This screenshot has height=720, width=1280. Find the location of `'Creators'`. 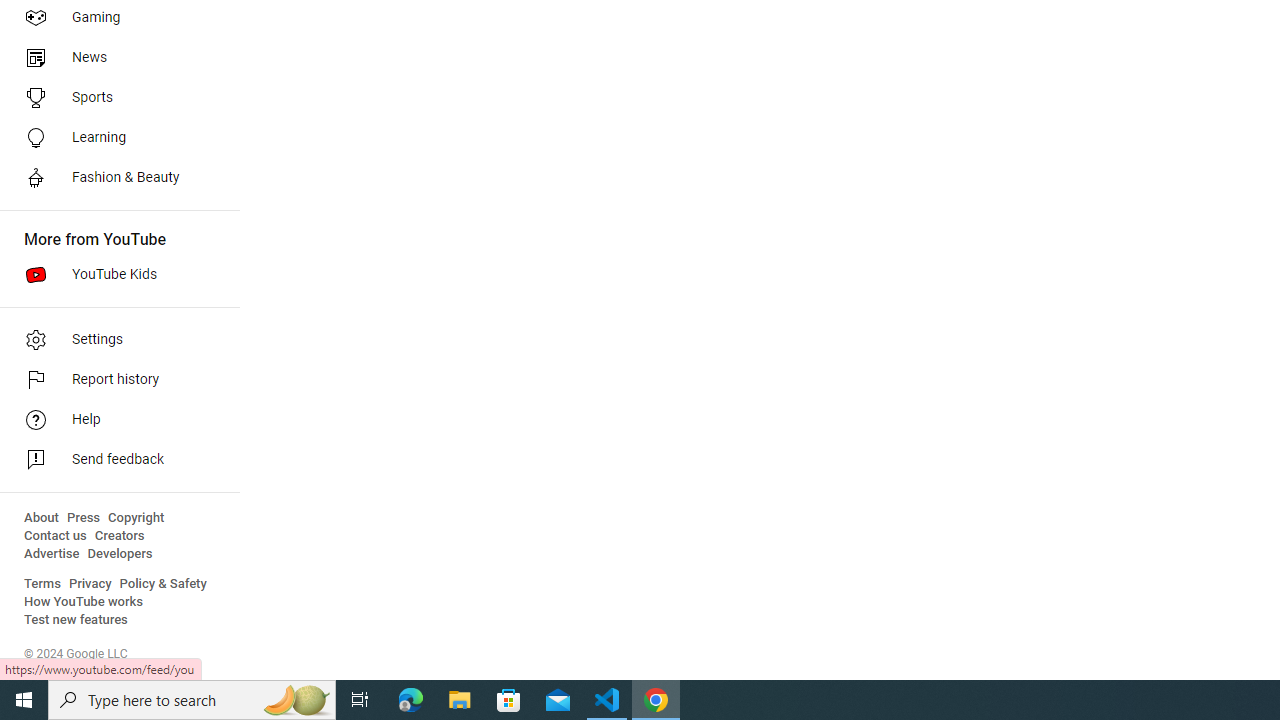

'Creators' is located at coordinates (118, 535).